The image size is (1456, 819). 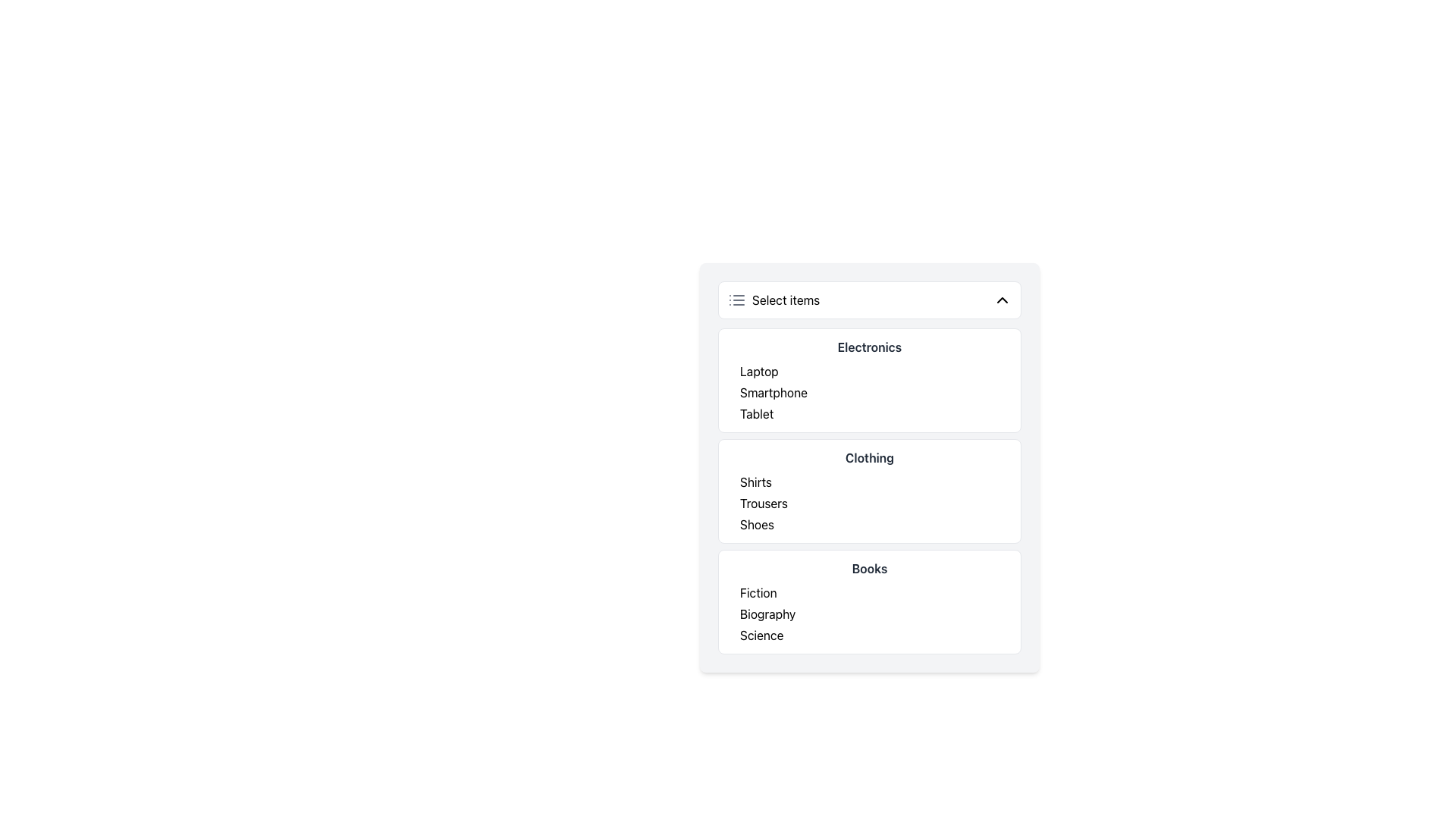 I want to click on the 'Tablet' text label under the 'Electronics' category for navigation purposes, so click(x=757, y=414).